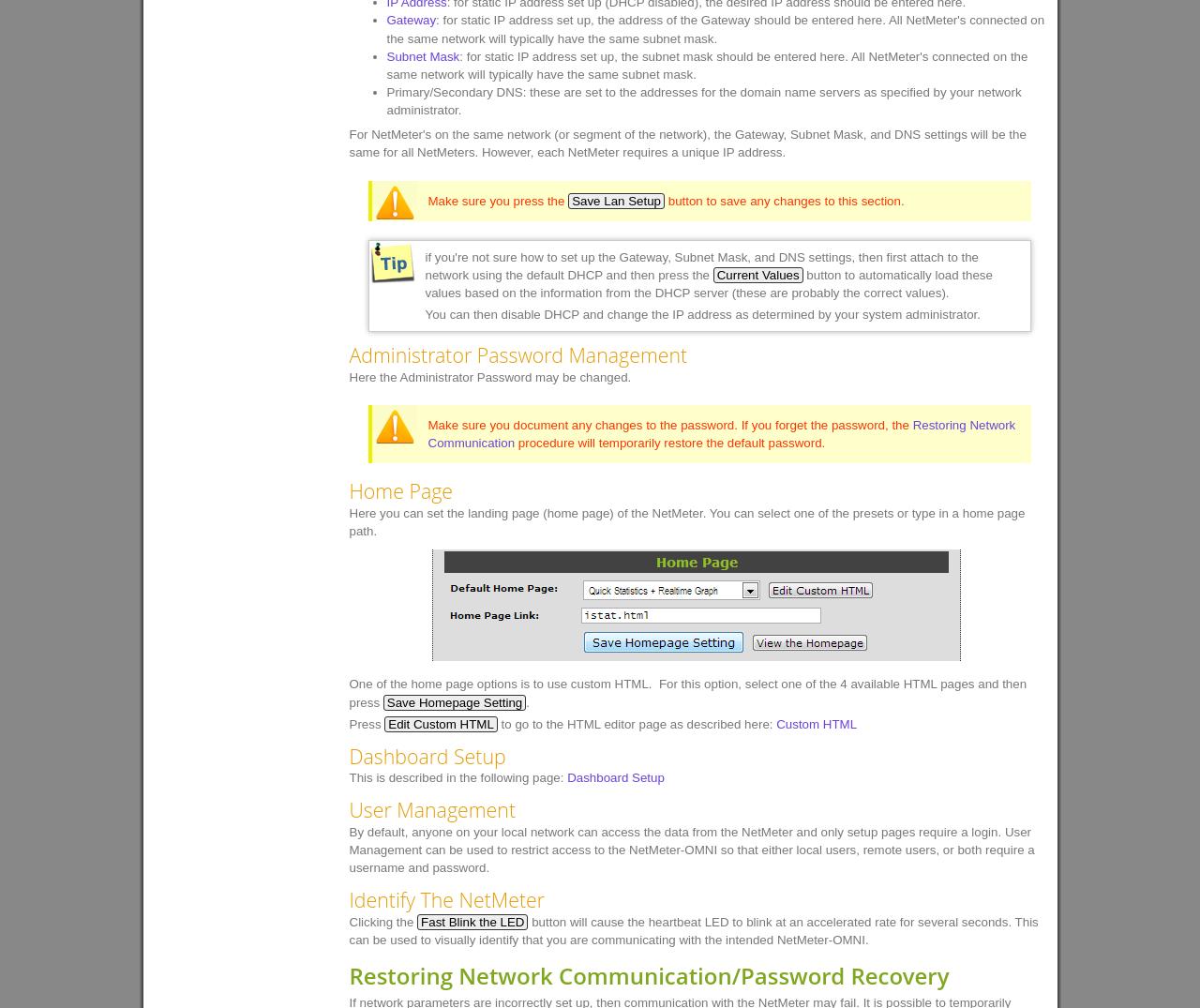 The width and height of the screenshot is (1200, 1008). Describe the element at coordinates (685, 521) in the screenshot. I see `'Here you can set the landing page (home page) of the NetMeter. You can select one of the presets or type in a home page path.'` at that location.